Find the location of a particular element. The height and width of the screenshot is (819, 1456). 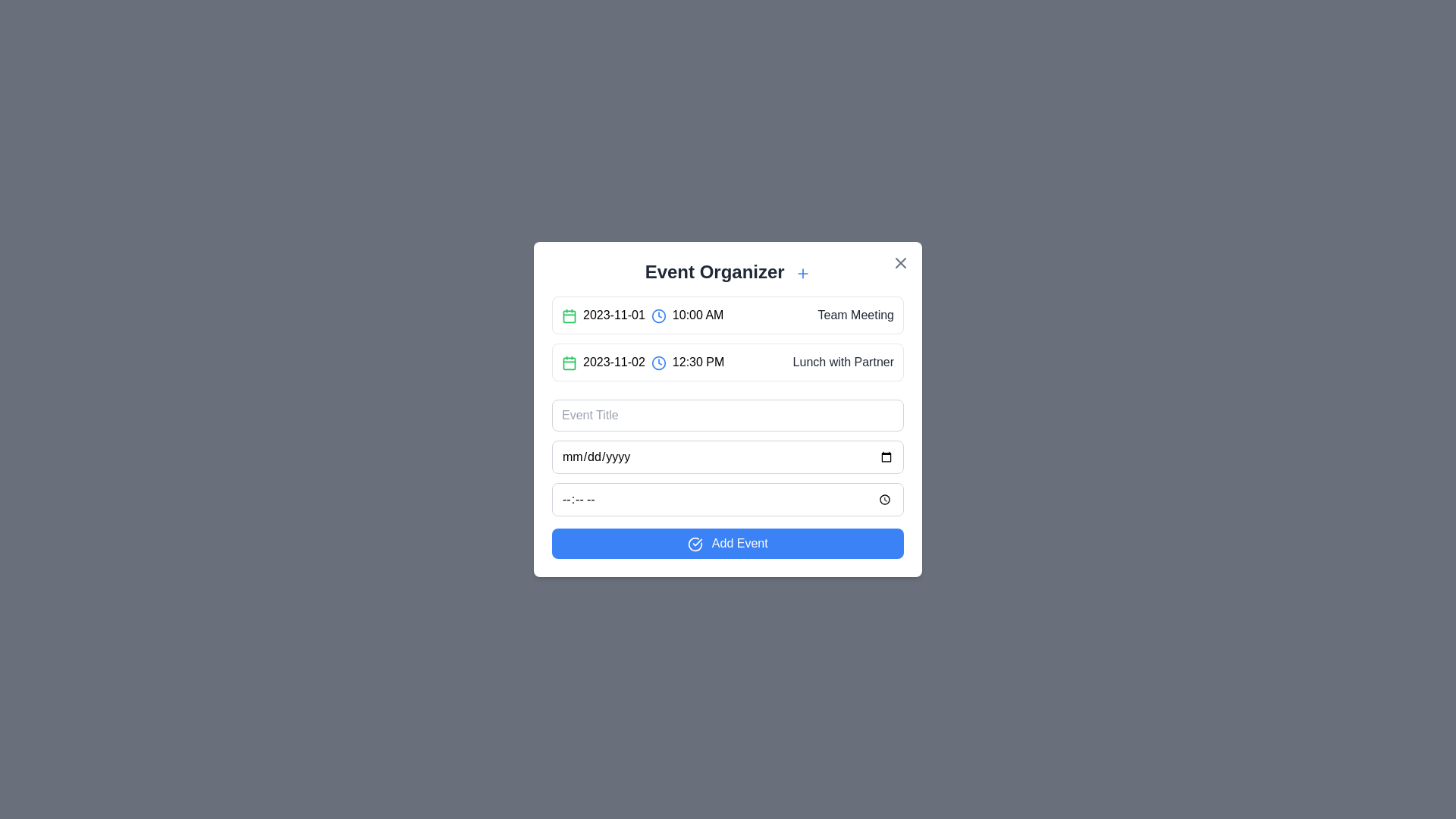

the input fields of the 'Event Organizer' modal dialog box to add event information is located at coordinates (728, 409).